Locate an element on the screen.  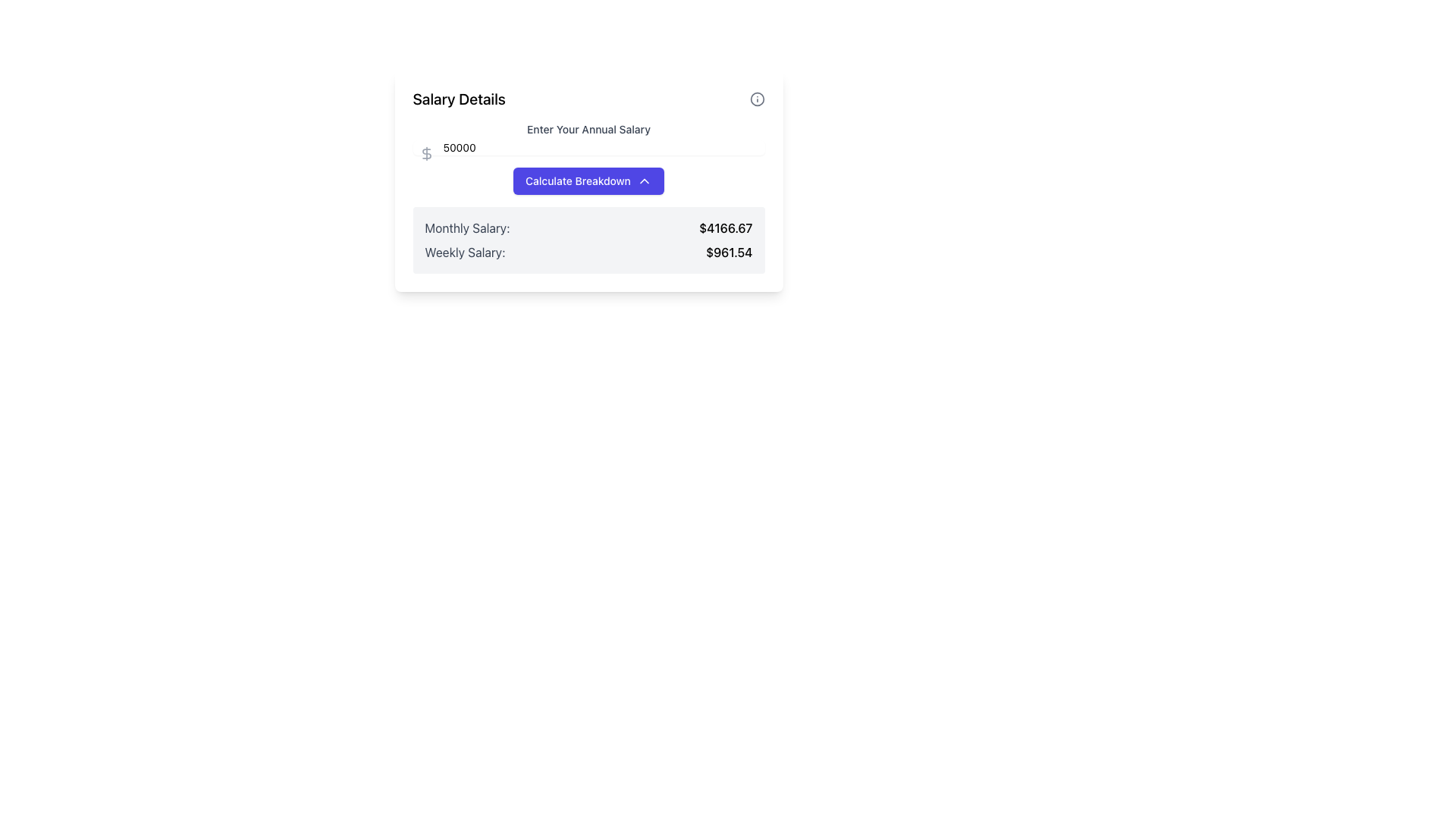
the Static Text displaying the value "$4166.67" located next to the label "Monthly Salary:" in the salary calculation section is located at coordinates (725, 227).